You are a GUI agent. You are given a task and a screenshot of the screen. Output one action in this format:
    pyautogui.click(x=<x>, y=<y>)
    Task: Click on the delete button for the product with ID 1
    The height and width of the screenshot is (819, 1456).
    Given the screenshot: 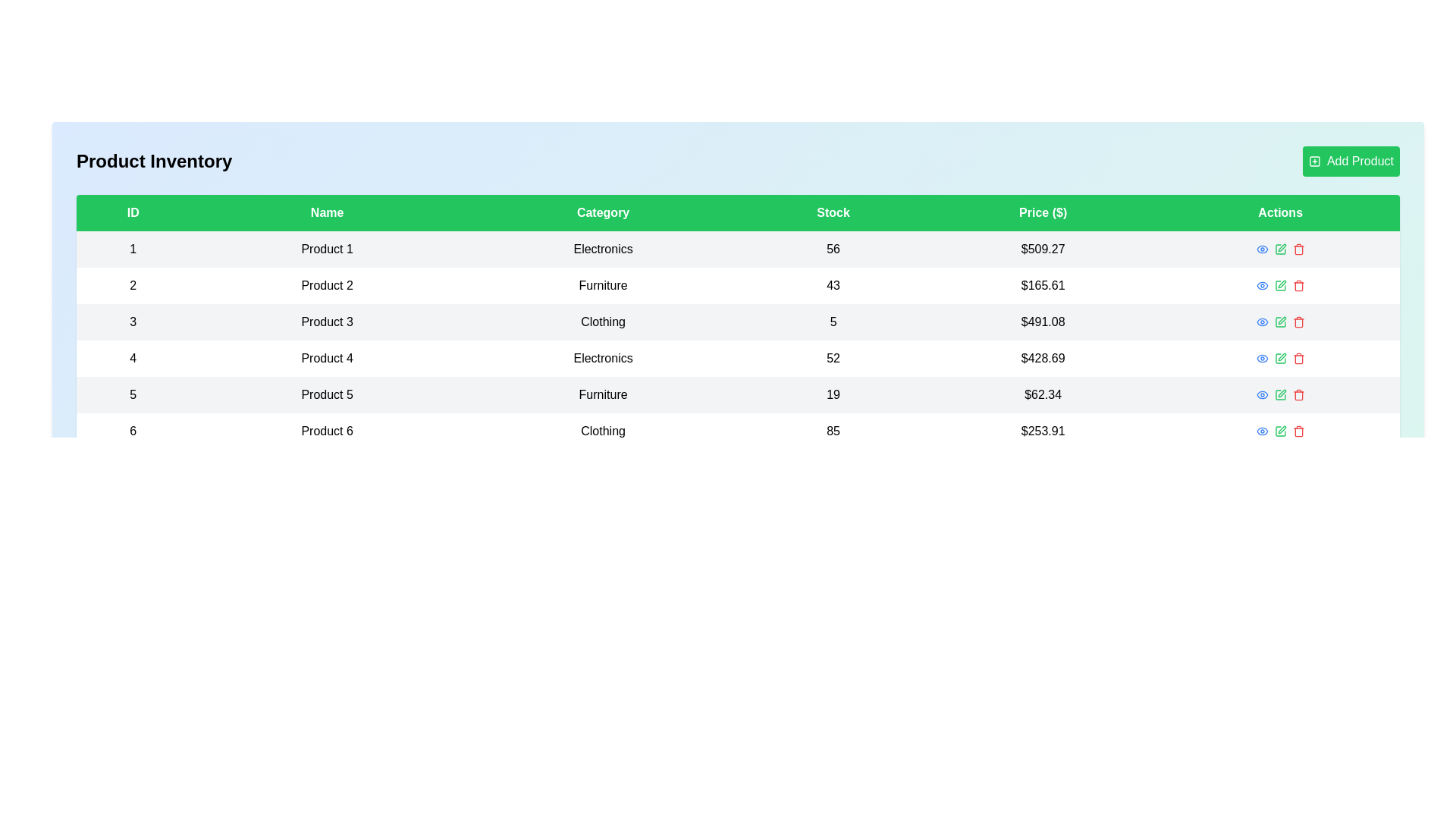 What is the action you would take?
    pyautogui.click(x=1298, y=248)
    